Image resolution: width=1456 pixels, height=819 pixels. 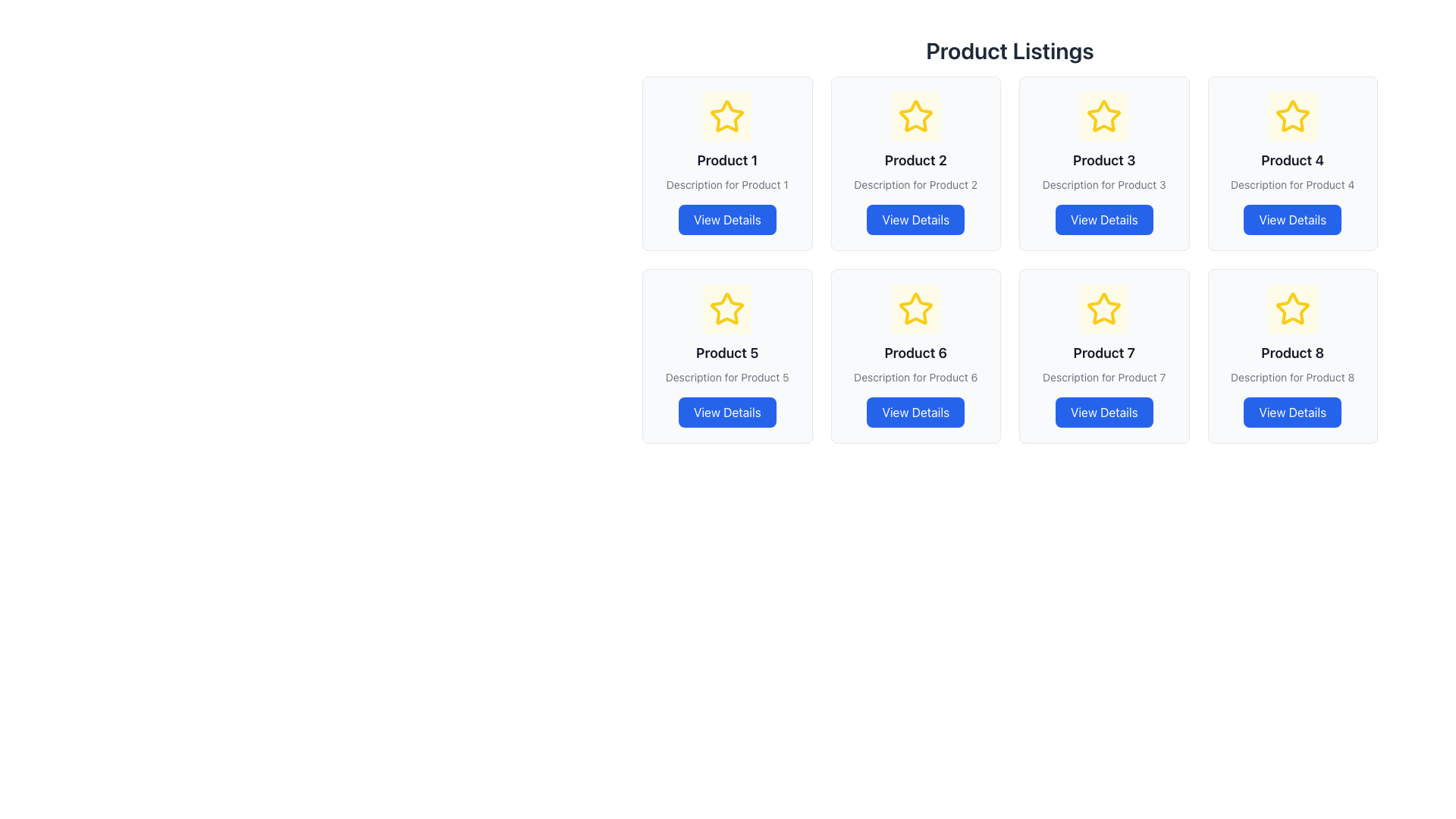 I want to click on the descriptive text block for 'Product 7', which is positioned below the title and above the 'View Details' button, so click(x=1104, y=376).